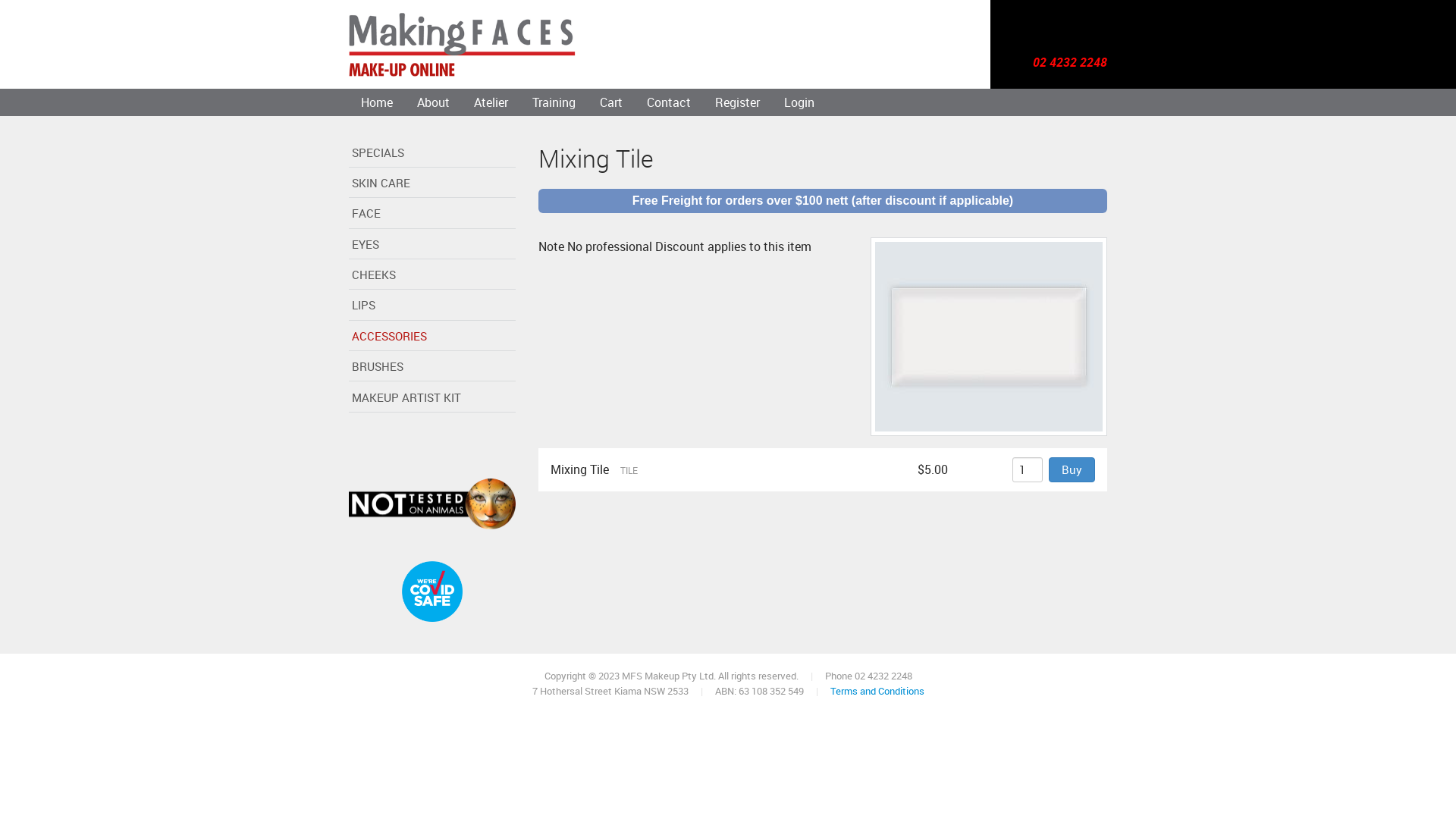 The width and height of the screenshot is (1456, 819). Describe the element at coordinates (611, 102) in the screenshot. I see `'Cart'` at that location.